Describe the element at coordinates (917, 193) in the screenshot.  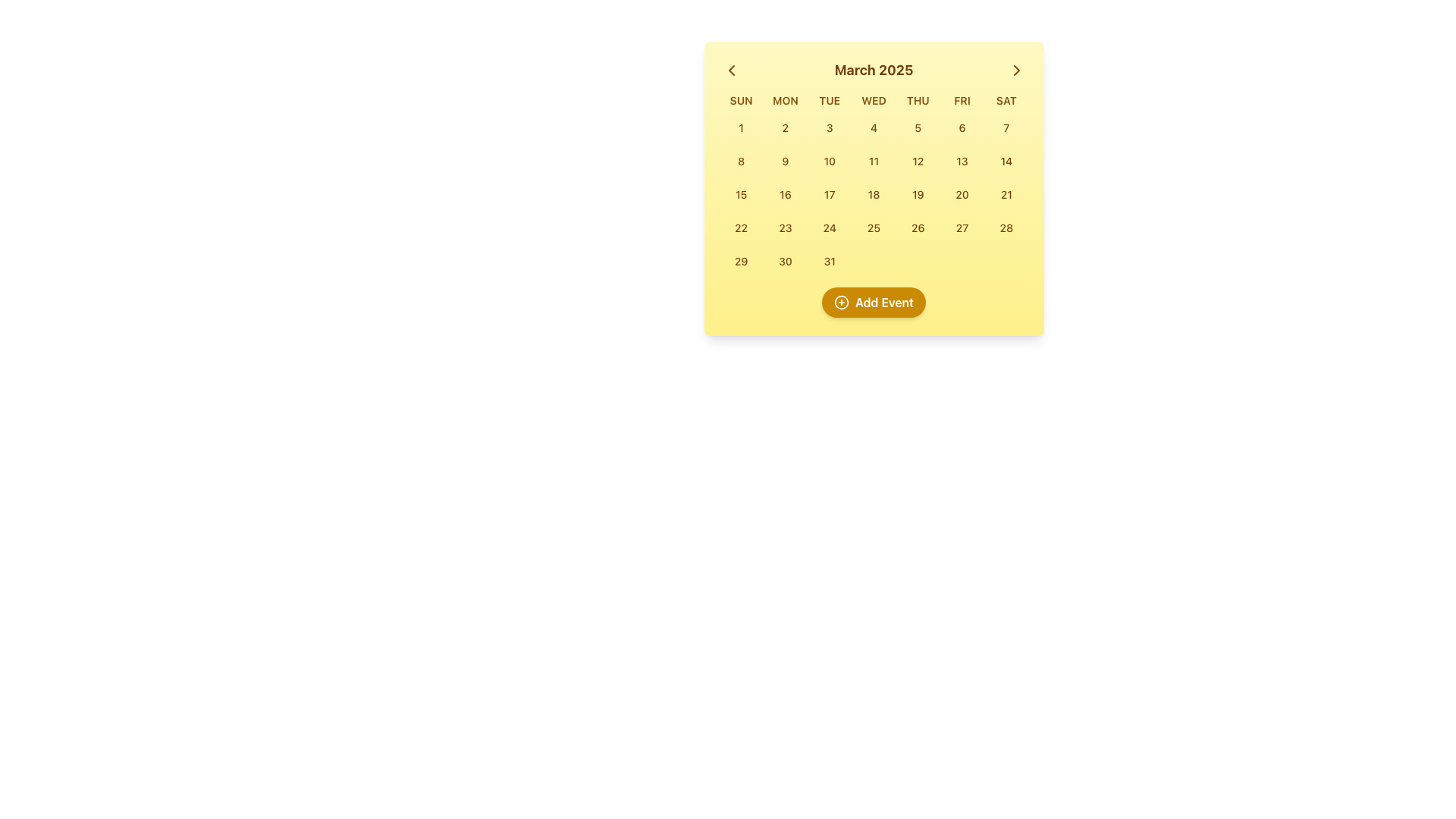
I see `the date '19'` at that location.